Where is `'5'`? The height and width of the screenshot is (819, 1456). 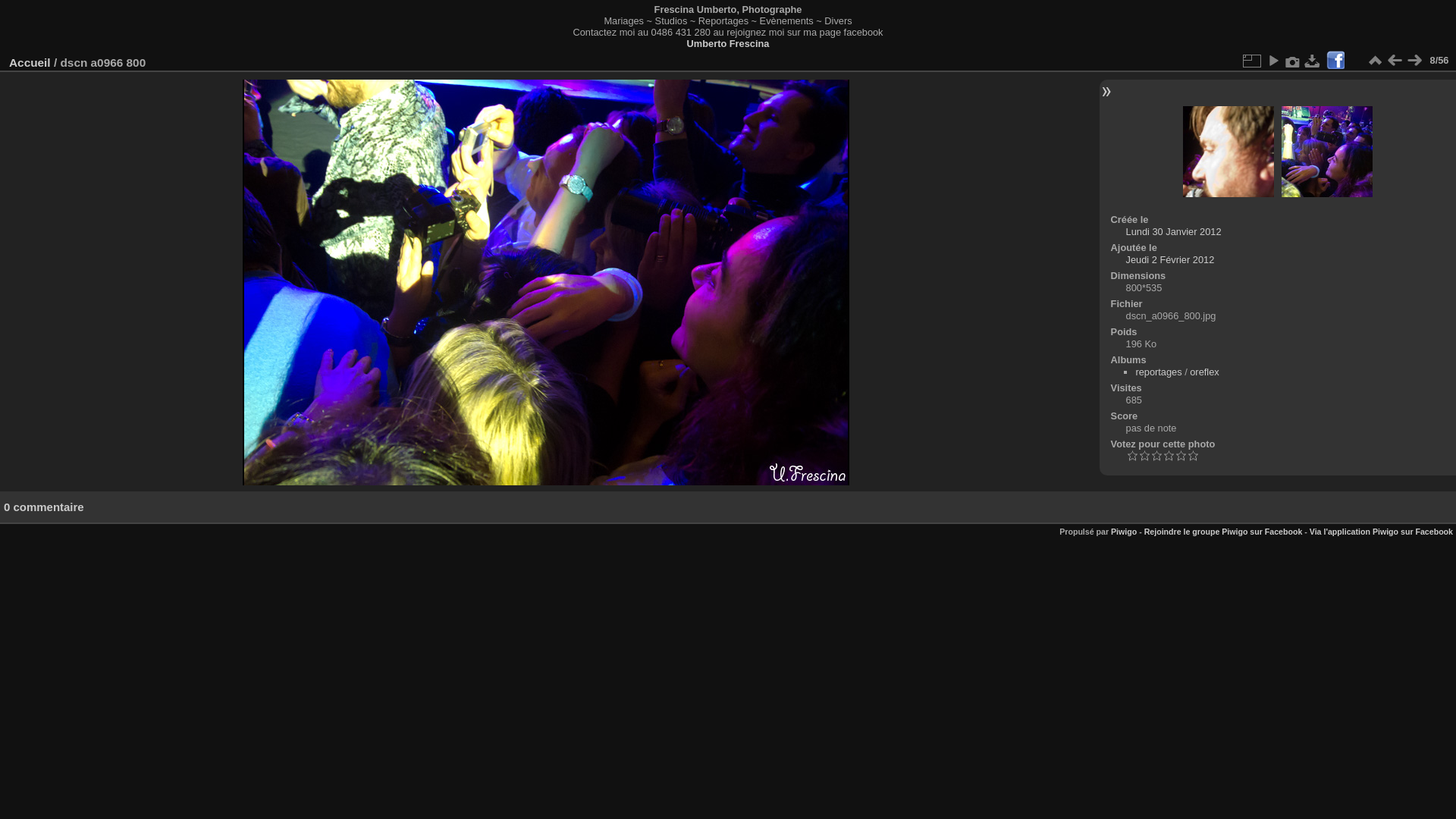
'5' is located at coordinates (1185, 455).